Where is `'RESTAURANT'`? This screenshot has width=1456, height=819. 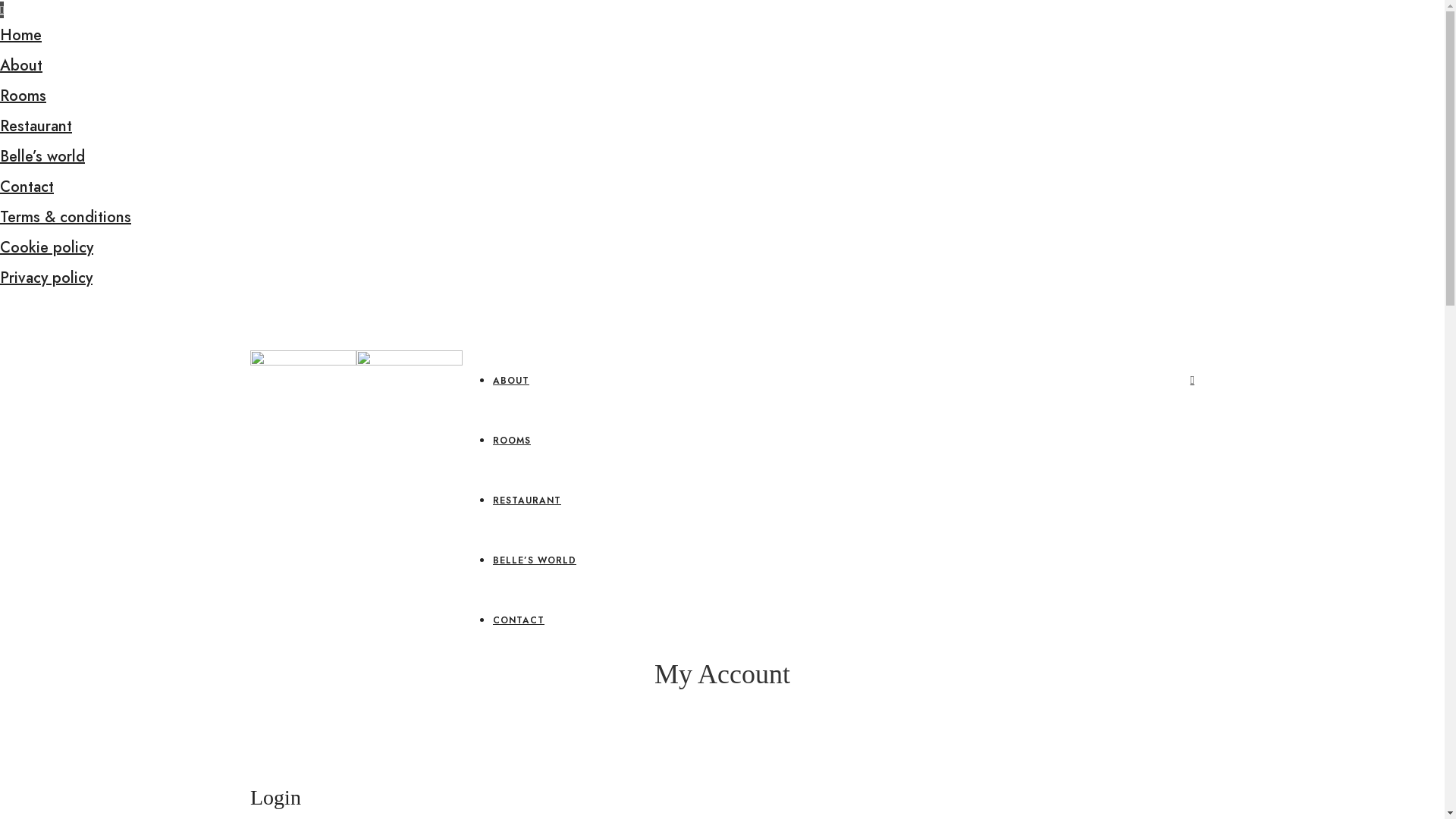 'RESTAURANT' is located at coordinates (492, 500).